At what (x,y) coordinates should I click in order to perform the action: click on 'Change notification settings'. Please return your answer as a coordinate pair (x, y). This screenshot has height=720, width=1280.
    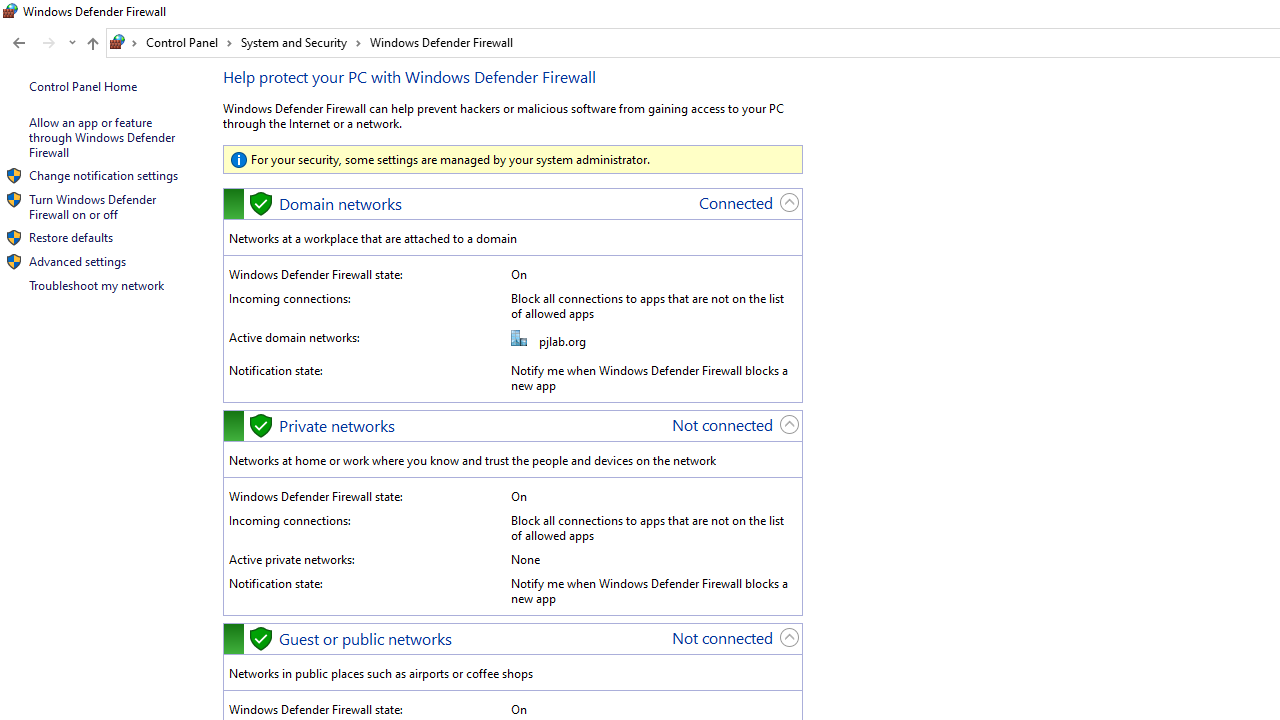
    Looking at the image, I should click on (102, 174).